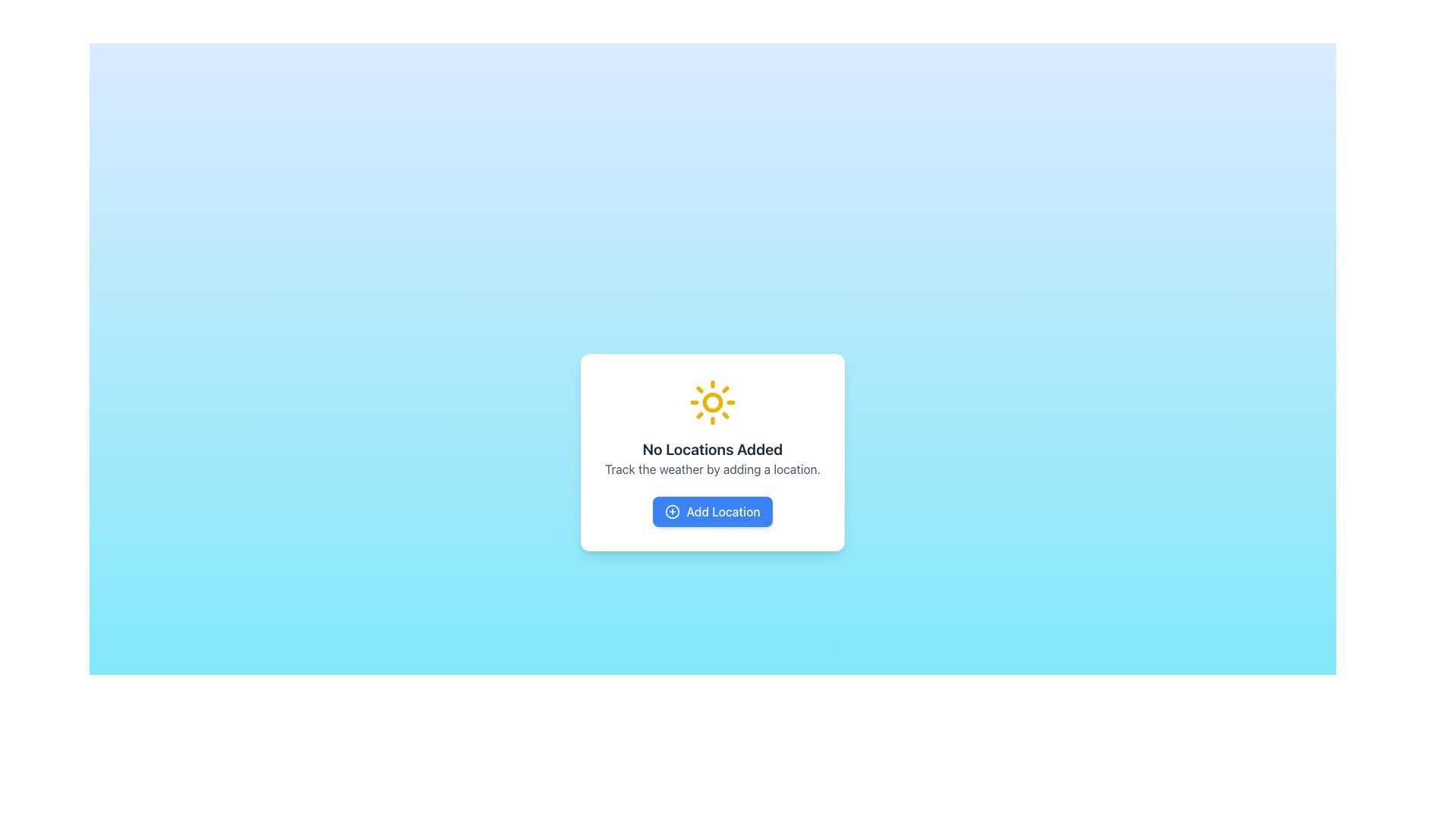 The height and width of the screenshot is (819, 1456). What do you see at coordinates (712, 512) in the screenshot?
I see `the 'Add Location' button with a blue background and white text` at bounding box center [712, 512].